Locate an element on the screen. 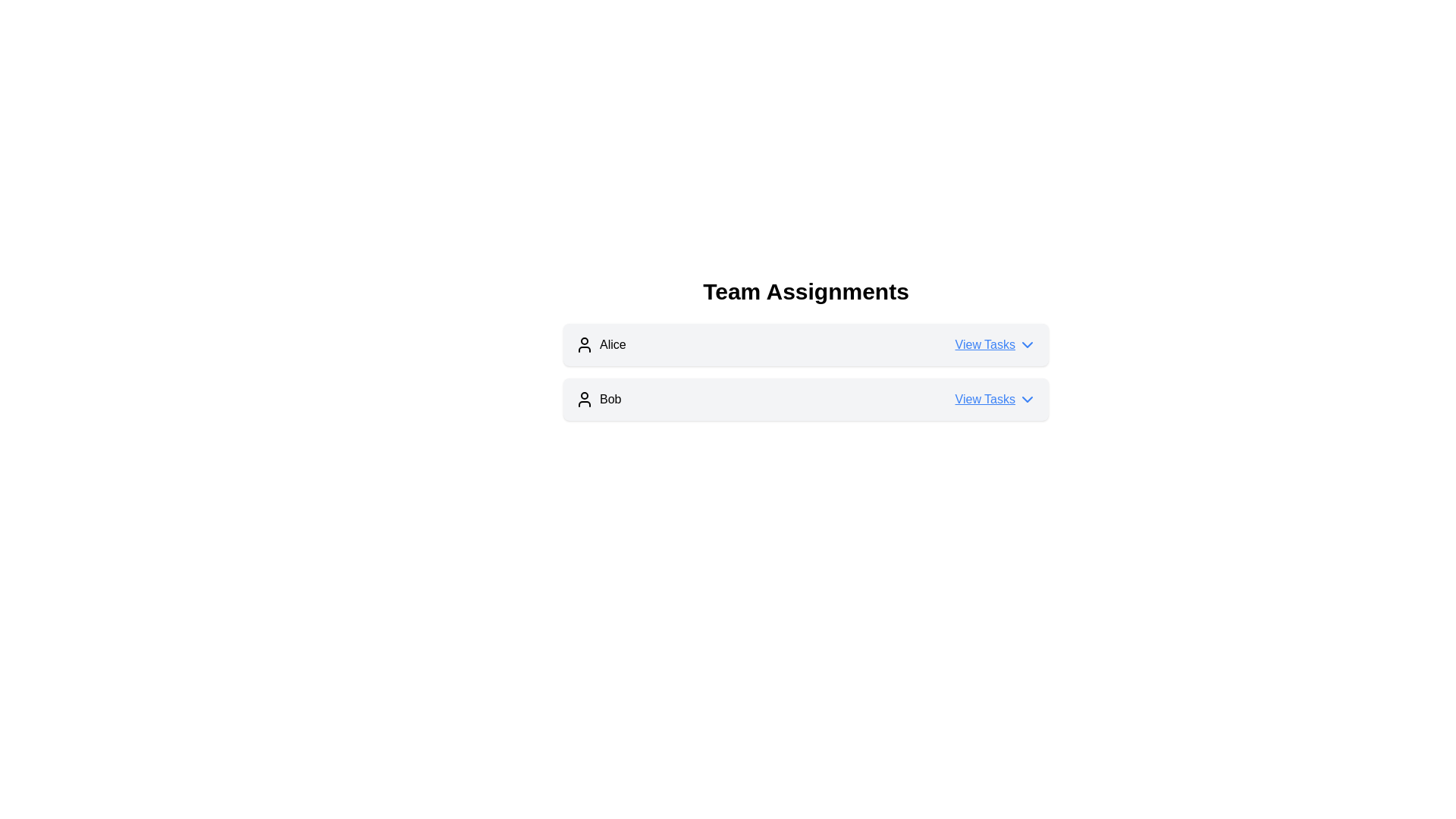 The image size is (1456, 819). the text label displaying the name 'Alice' is located at coordinates (612, 345).